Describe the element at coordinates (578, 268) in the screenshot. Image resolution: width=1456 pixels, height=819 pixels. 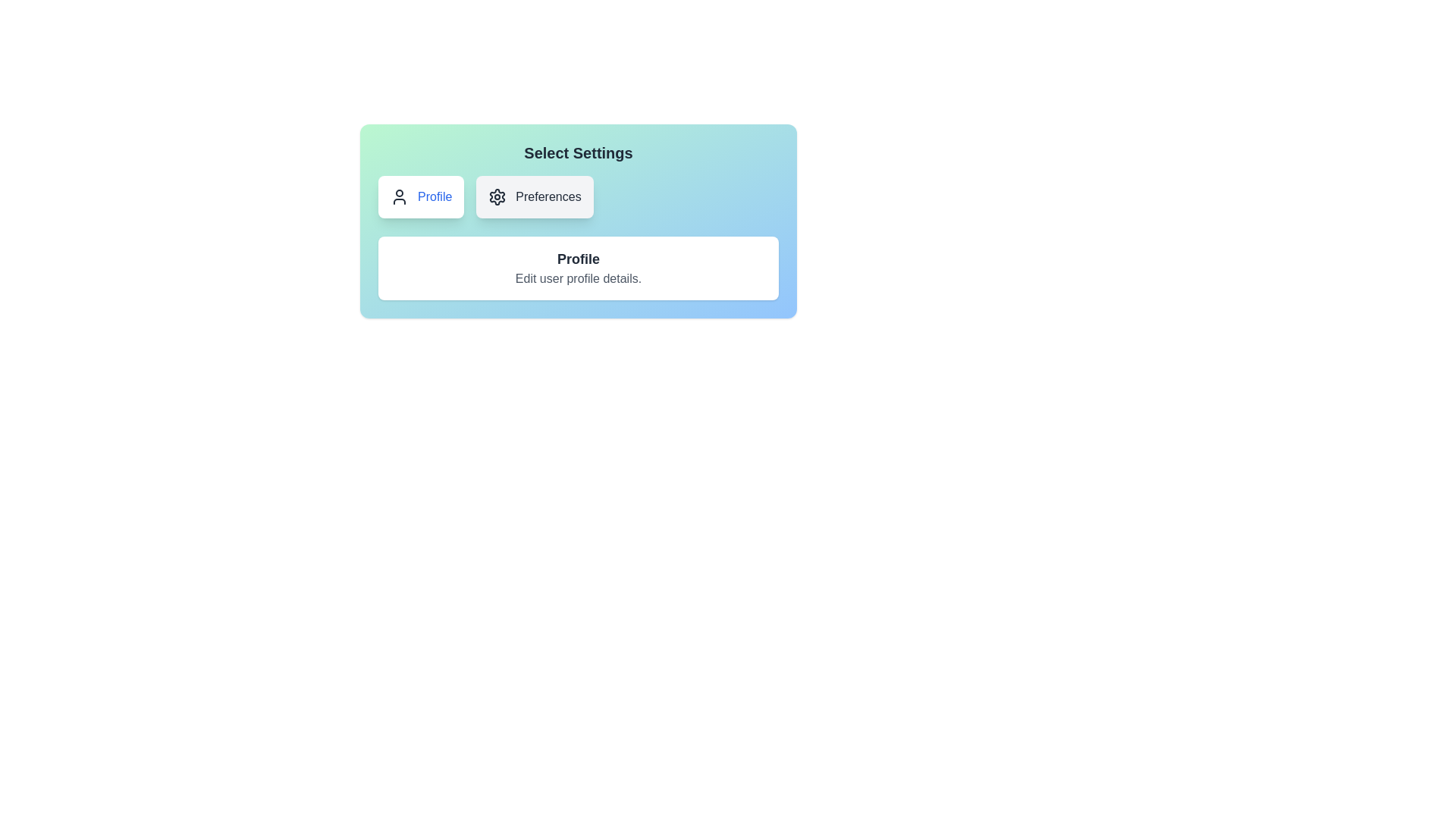
I see `the Text Section labeled 'Profile' which displays the subtitle 'Edit user profile details.'` at that location.